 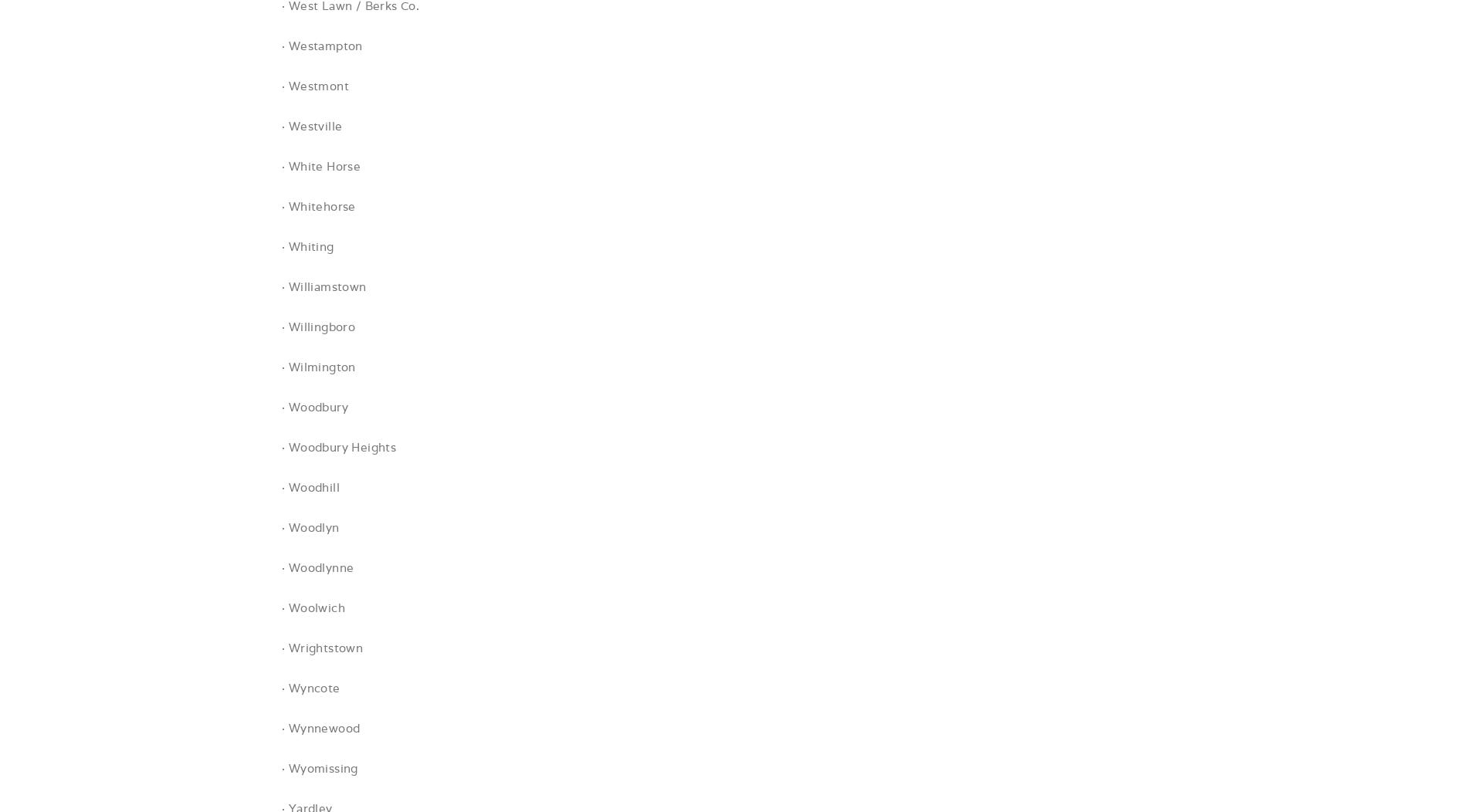 I want to click on '· Woodbury', so click(x=313, y=407).